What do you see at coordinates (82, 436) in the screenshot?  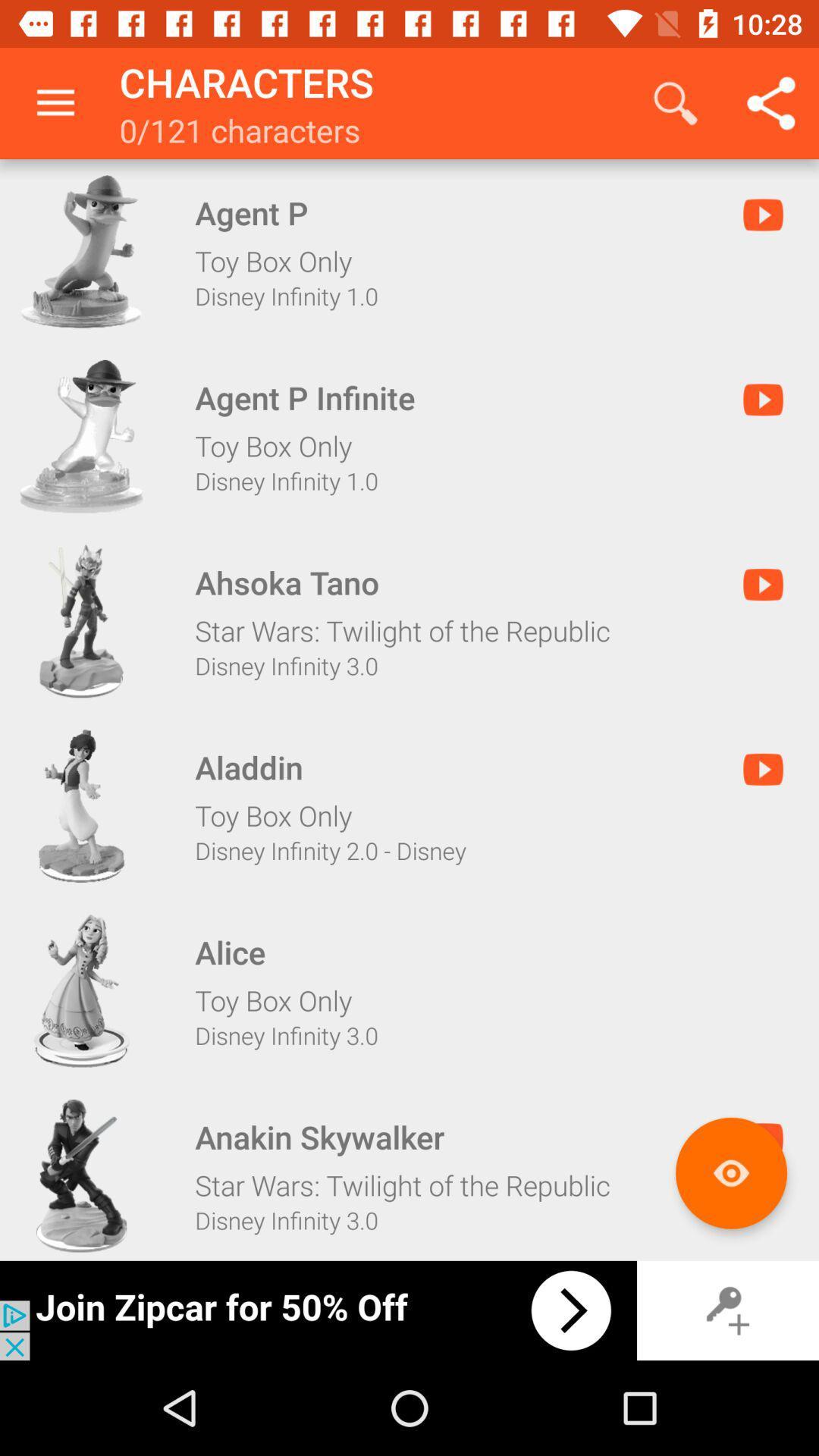 I see `the image left side to agent p infinite` at bounding box center [82, 436].